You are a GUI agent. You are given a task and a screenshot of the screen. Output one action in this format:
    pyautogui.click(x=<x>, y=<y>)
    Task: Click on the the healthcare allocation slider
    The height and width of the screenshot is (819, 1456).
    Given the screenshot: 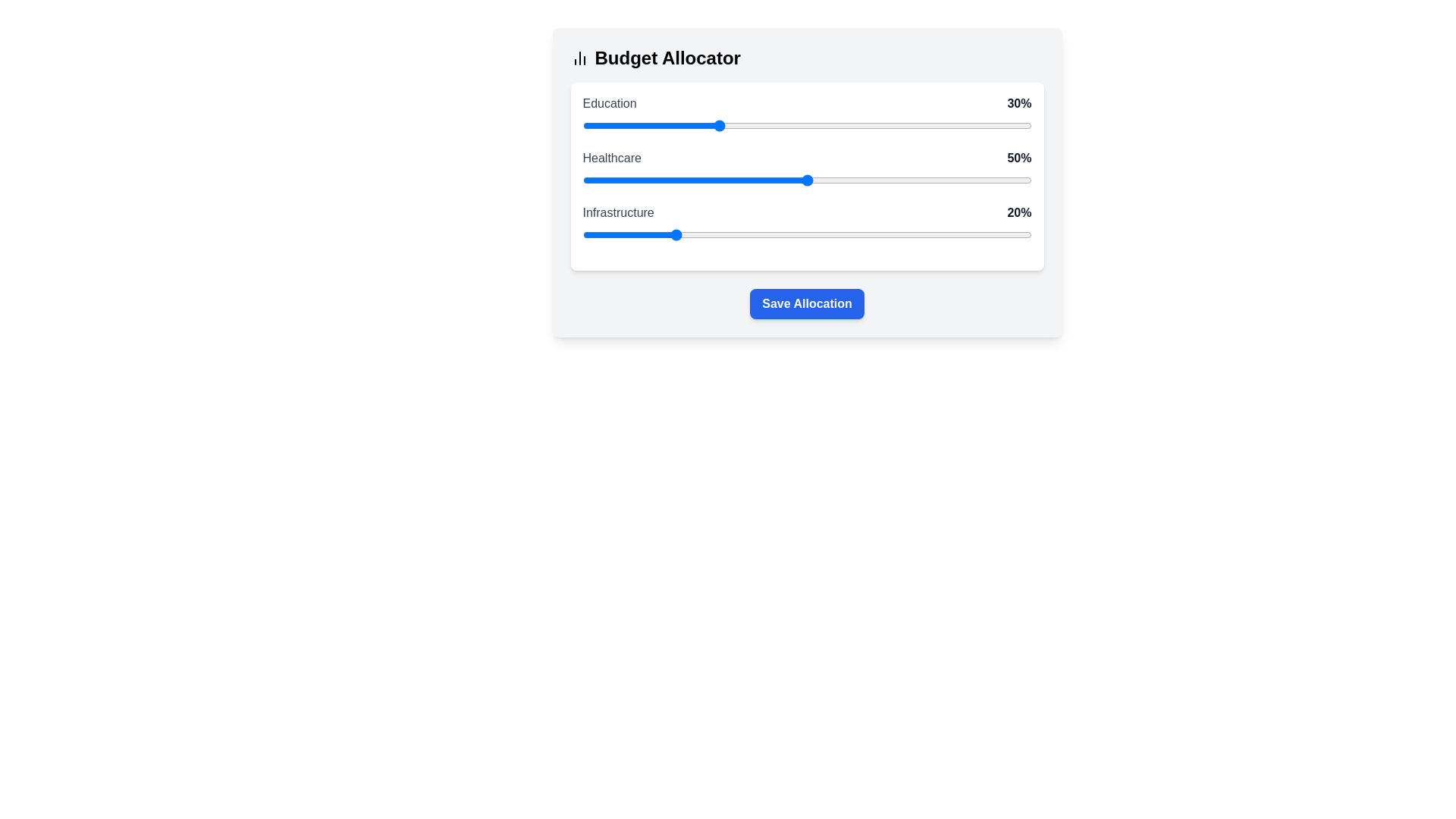 What is the action you would take?
    pyautogui.click(x=676, y=180)
    